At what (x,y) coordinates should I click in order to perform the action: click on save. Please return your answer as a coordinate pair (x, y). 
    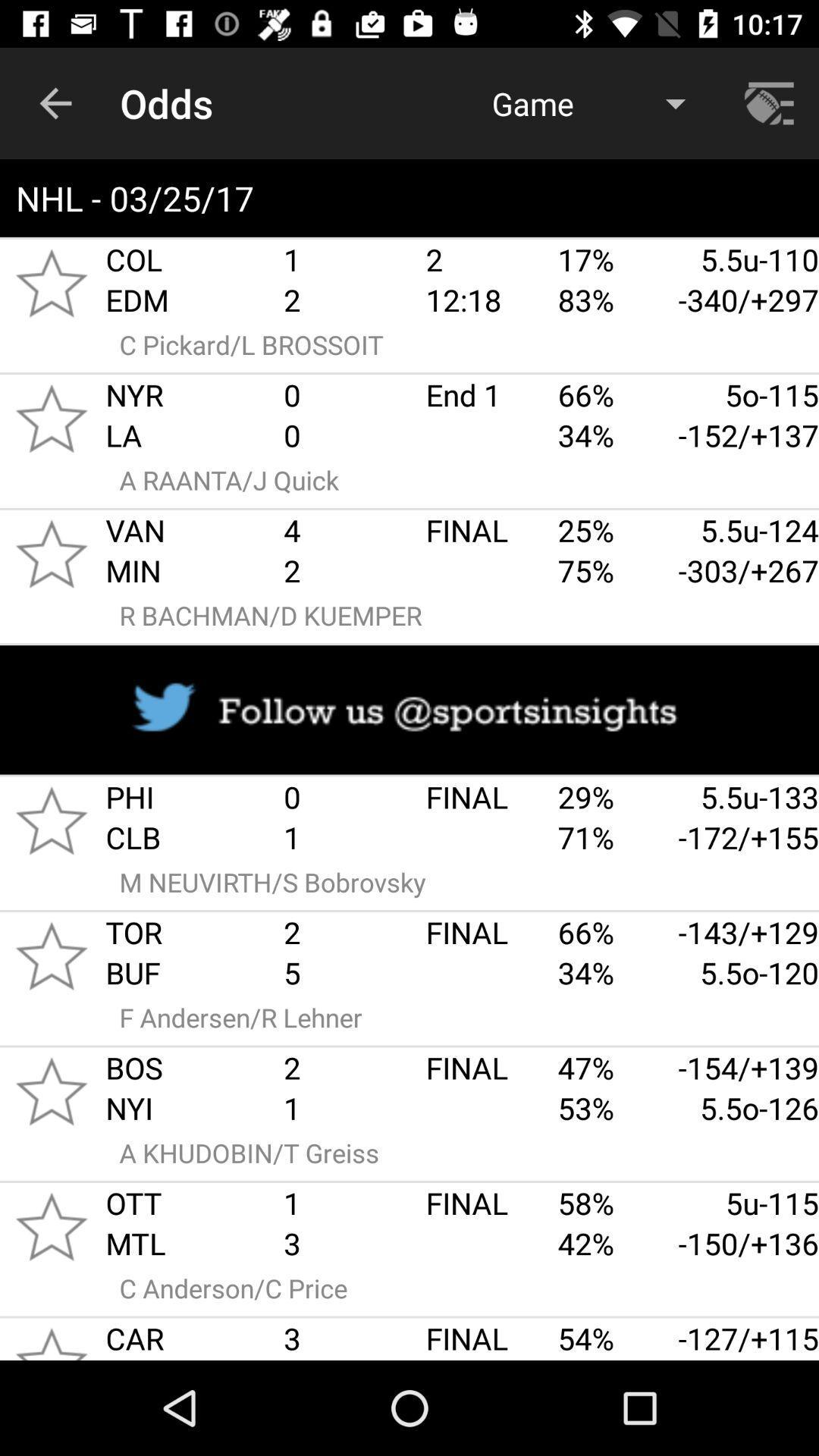
    Looking at the image, I should click on (51, 1226).